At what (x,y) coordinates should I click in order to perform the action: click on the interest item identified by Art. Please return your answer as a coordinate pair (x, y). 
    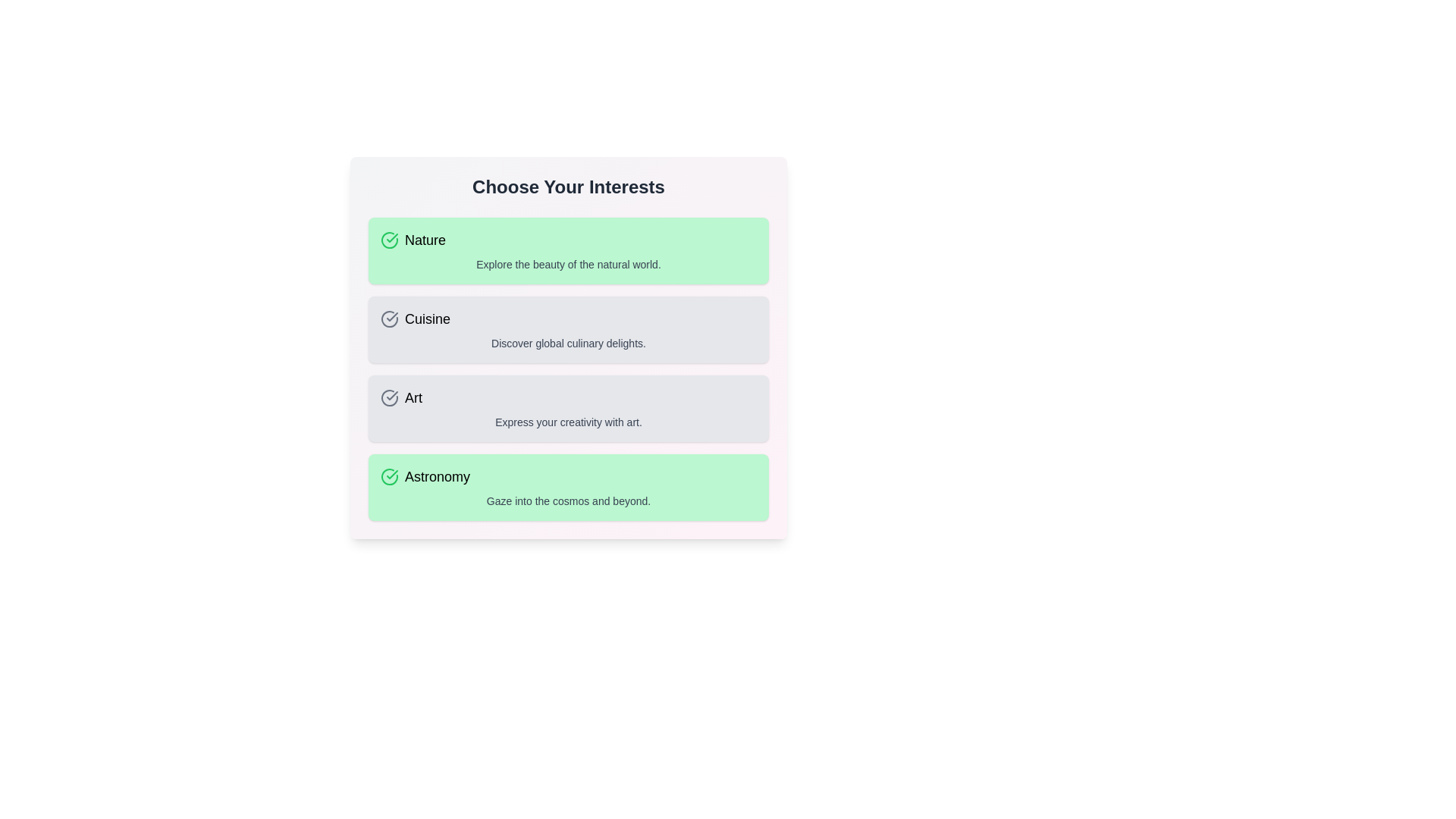
    Looking at the image, I should click on (567, 408).